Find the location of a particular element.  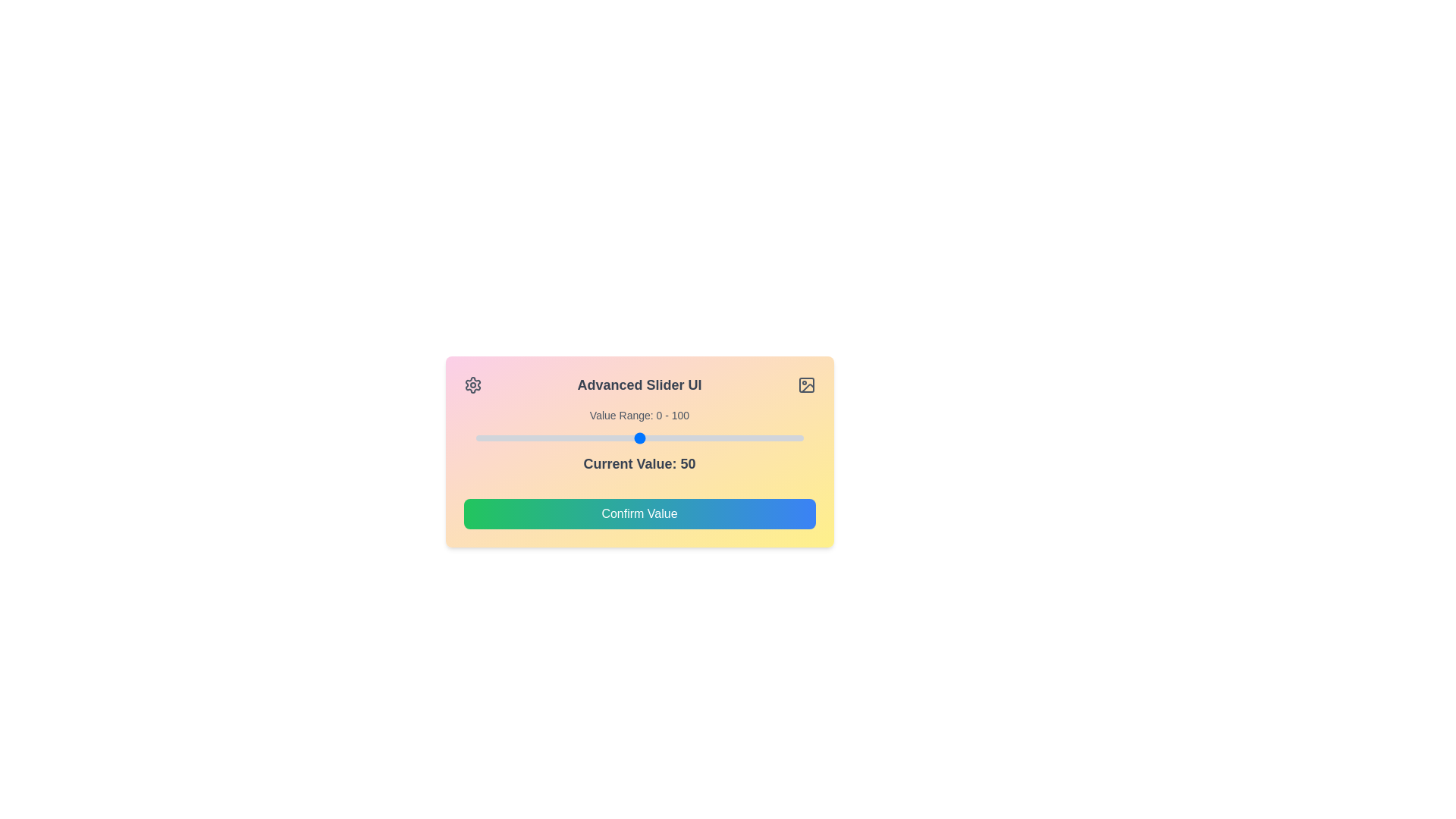

the slider to set its value to 32 is located at coordinates (579, 438).